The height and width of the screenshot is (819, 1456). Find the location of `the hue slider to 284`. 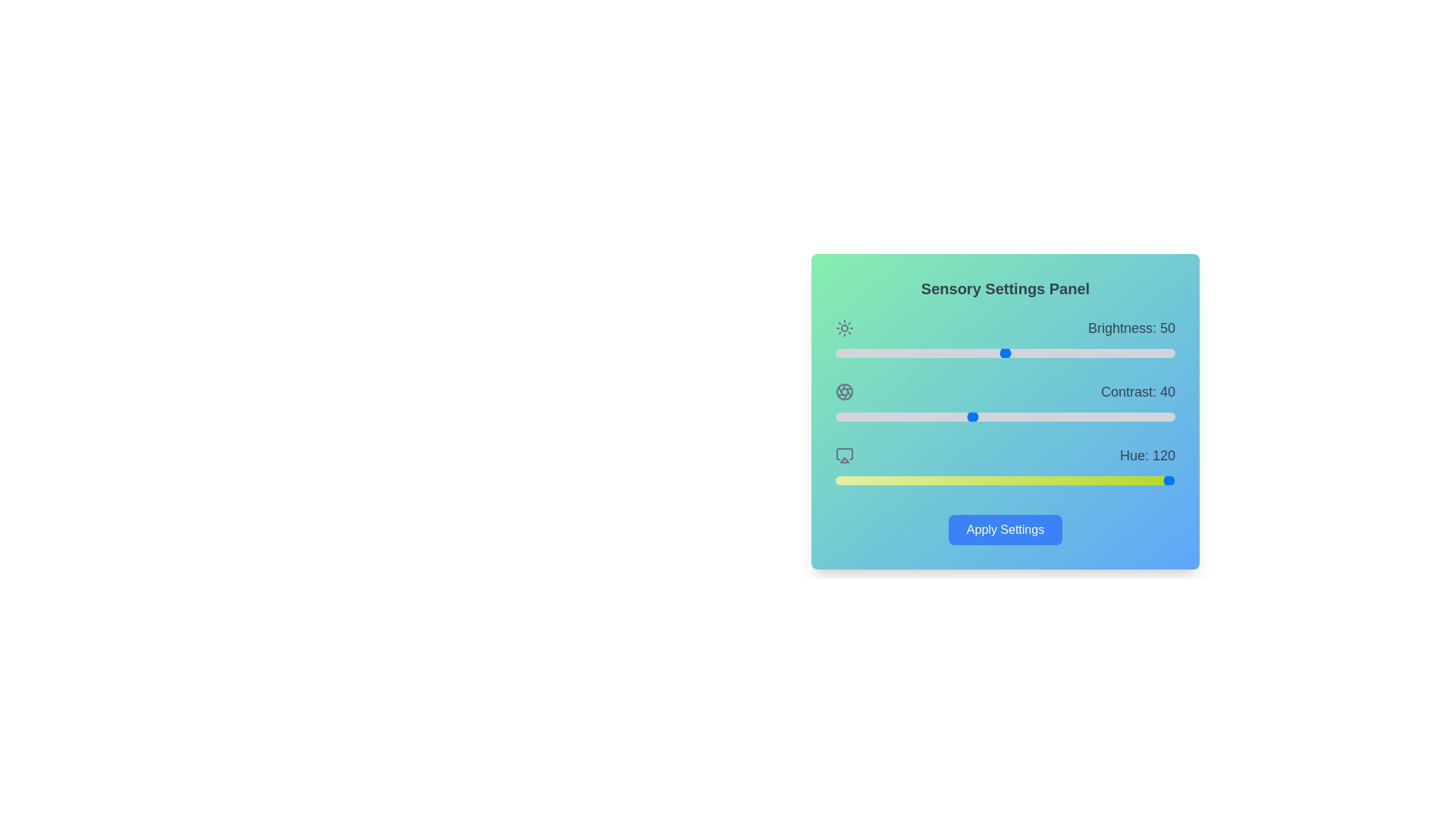

the hue slider to 284 is located at coordinates (1103, 480).